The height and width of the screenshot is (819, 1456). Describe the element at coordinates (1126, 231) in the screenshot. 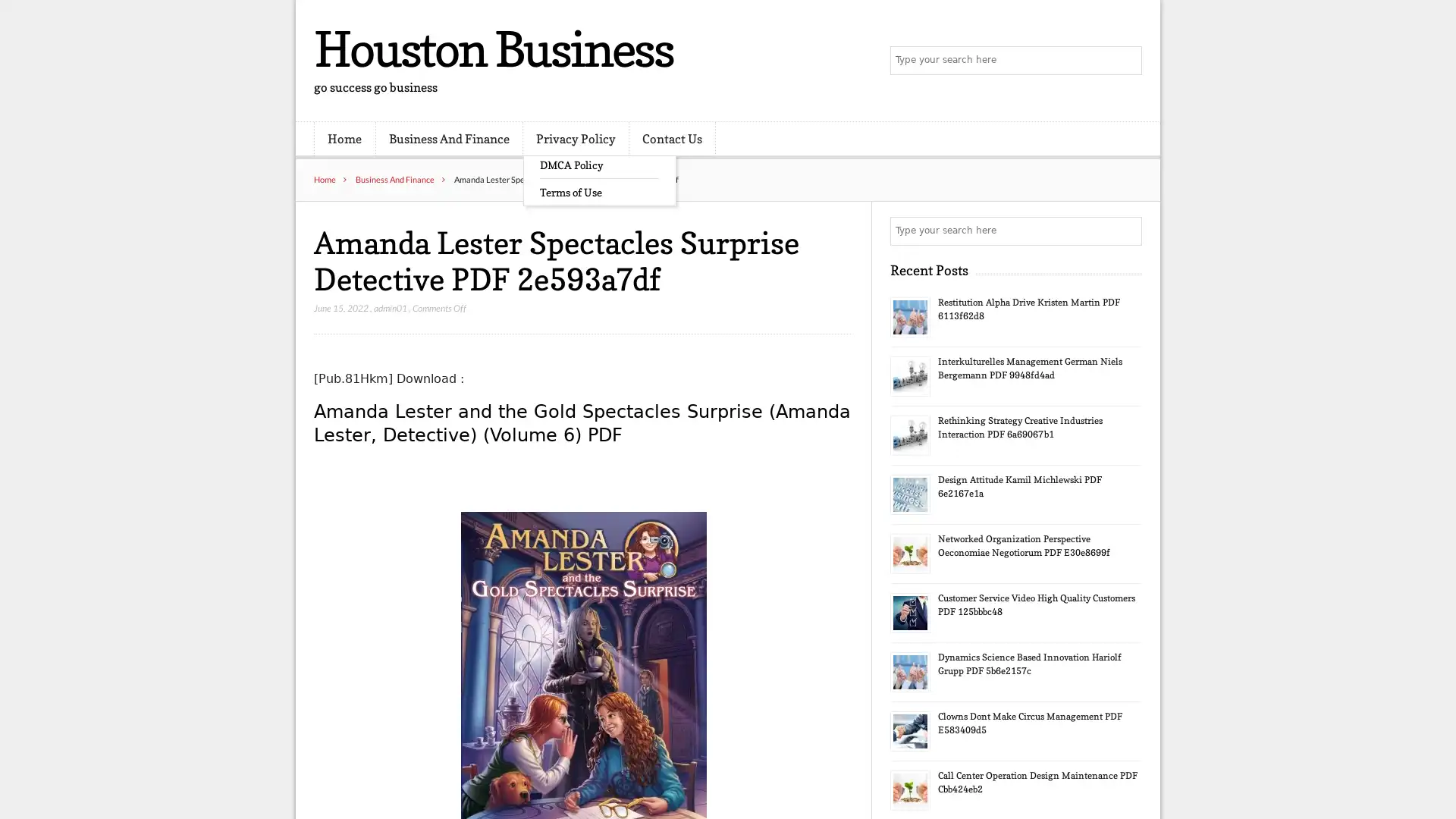

I see `Search` at that location.